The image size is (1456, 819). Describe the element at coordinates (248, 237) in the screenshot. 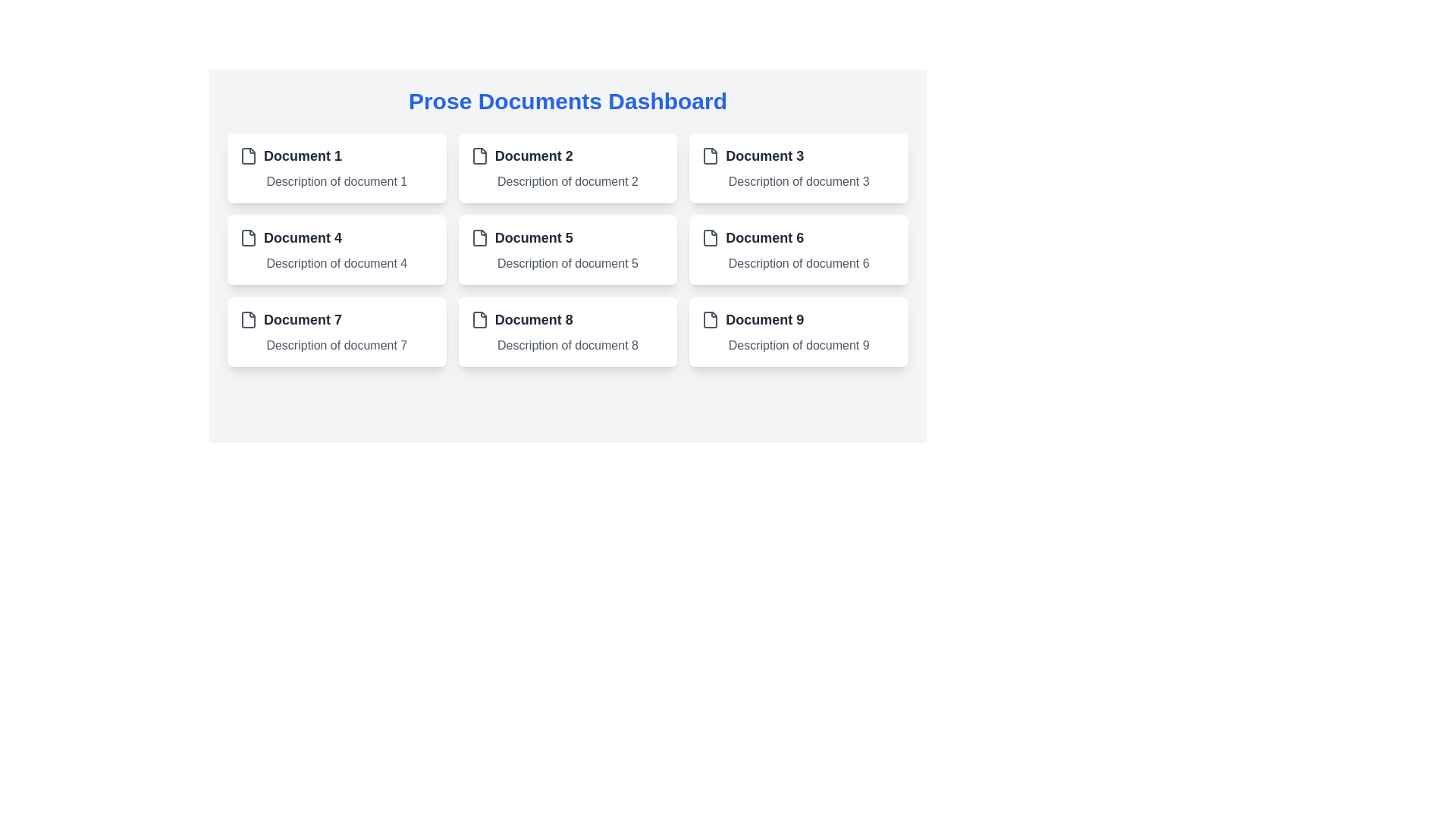

I see `the Icon representing a file or document located in the second row, first column, to the left of the label 'Document 4'` at that location.